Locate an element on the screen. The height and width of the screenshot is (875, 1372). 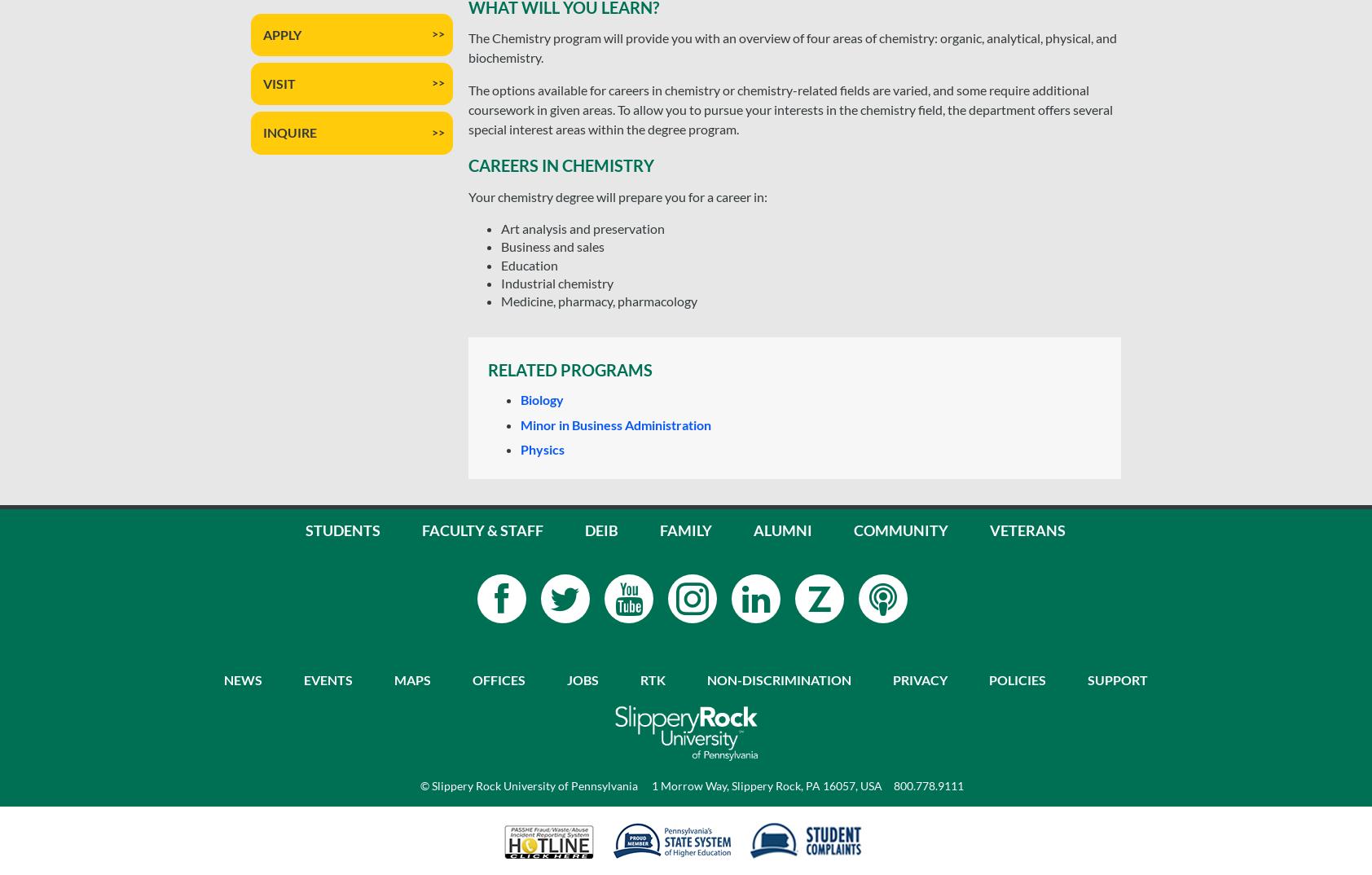
'RTK' is located at coordinates (652, 679).